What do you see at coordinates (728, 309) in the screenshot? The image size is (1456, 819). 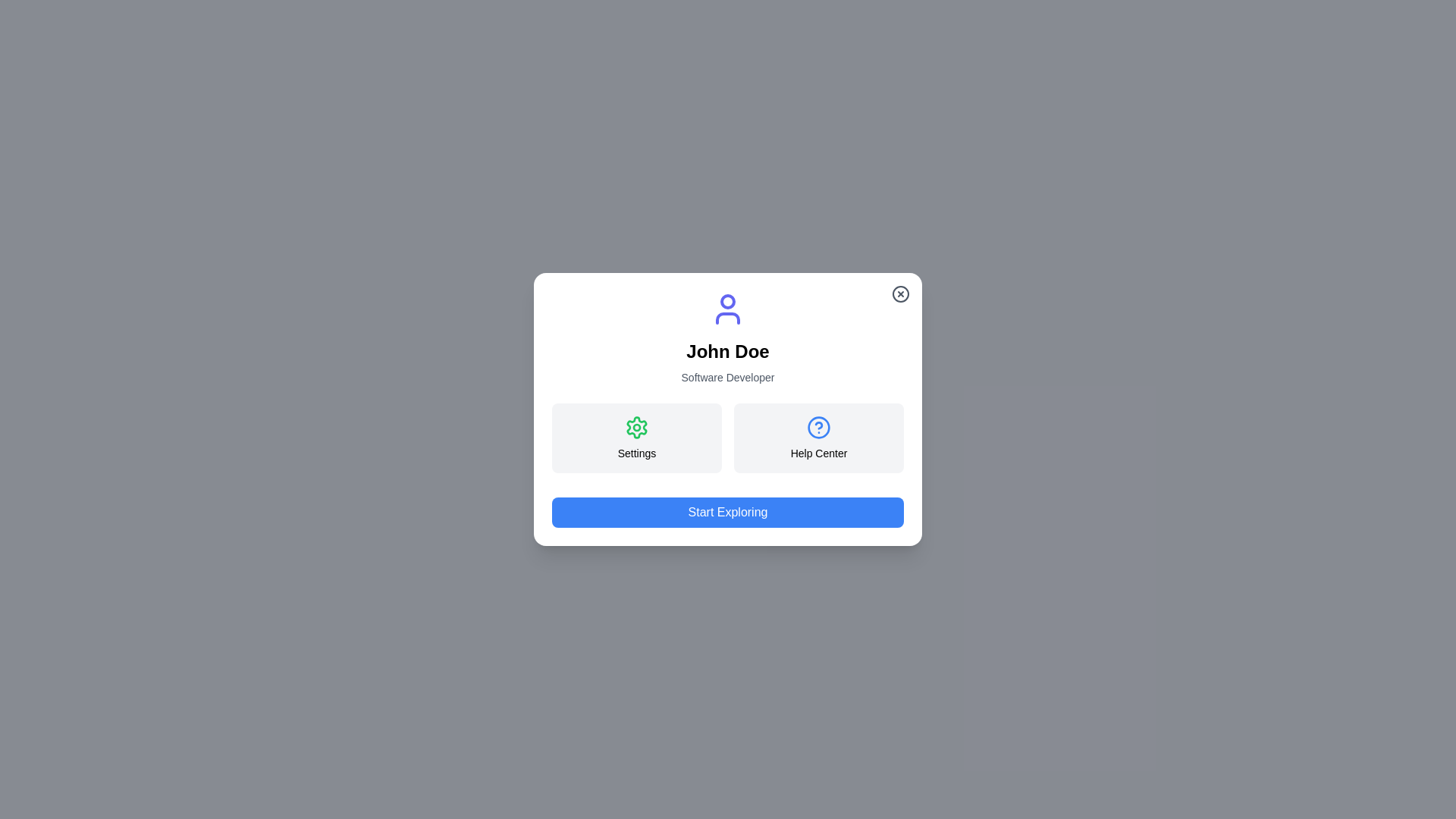 I see `the user profile icon, which is centrally located above the text 'John Doe' and 'Software Developer' in the user information card` at bounding box center [728, 309].